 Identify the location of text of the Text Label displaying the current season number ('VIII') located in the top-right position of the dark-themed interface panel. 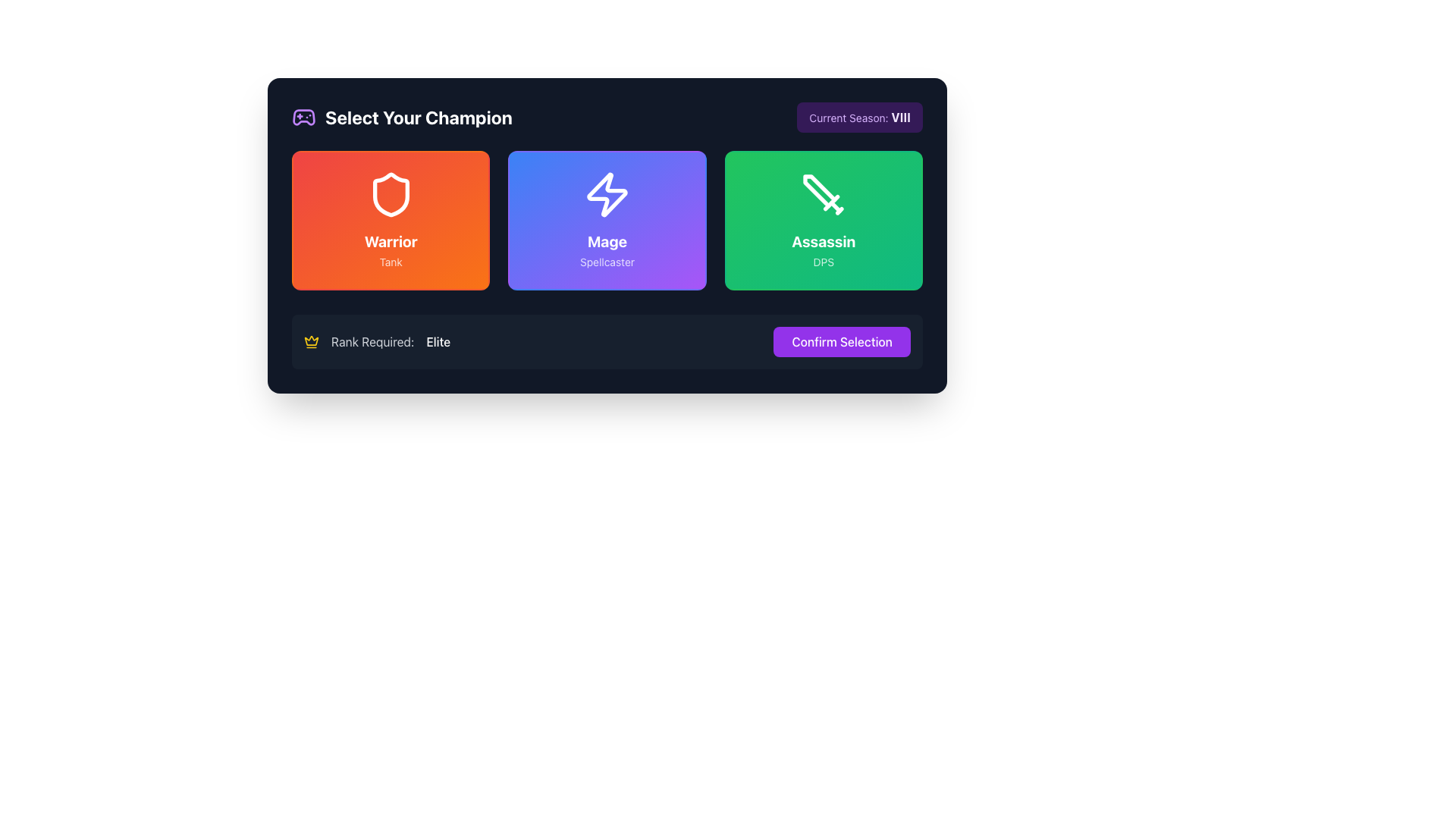
(860, 116).